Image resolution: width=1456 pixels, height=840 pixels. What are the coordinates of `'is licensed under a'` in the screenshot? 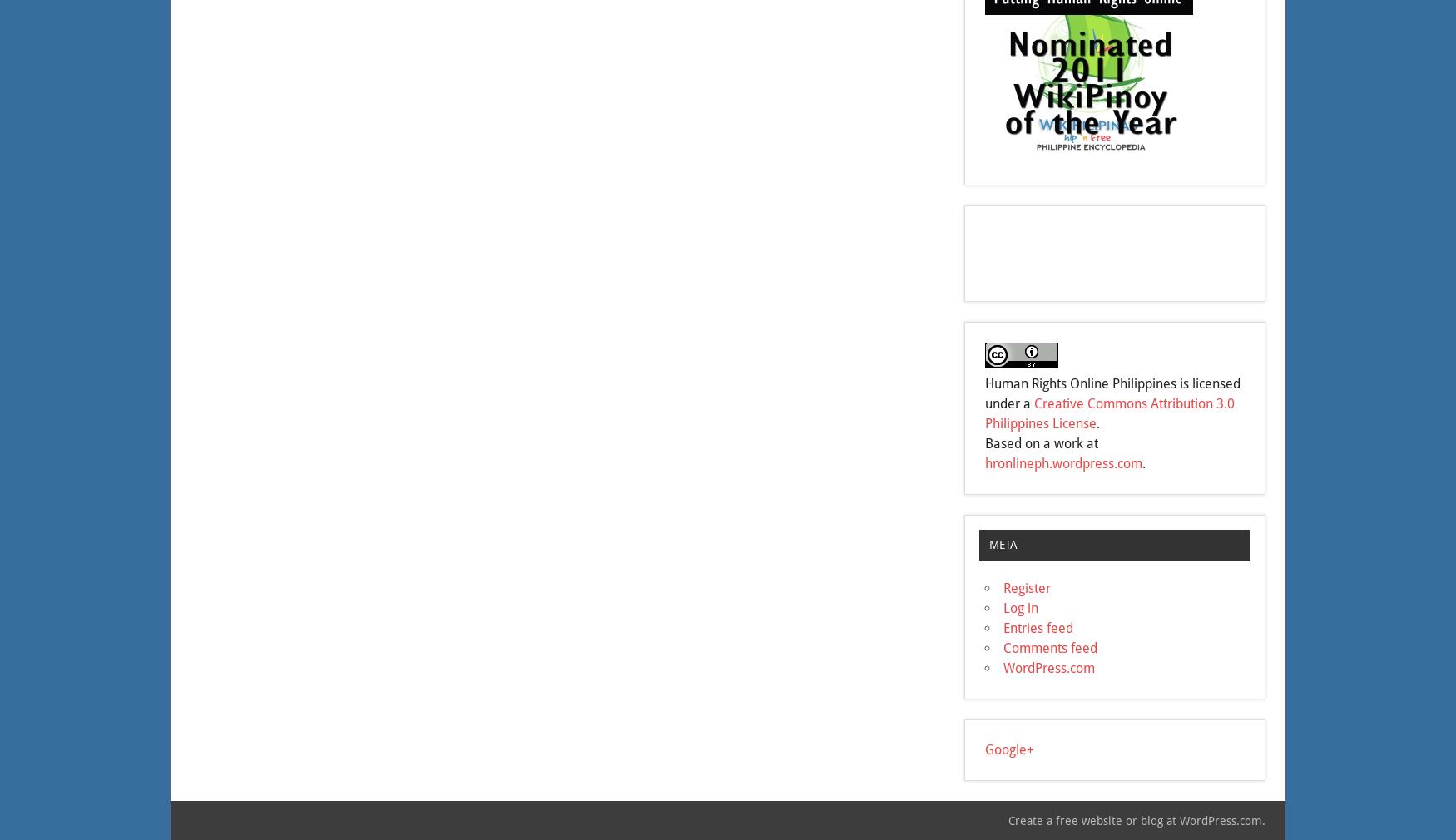 It's located at (984, 393).